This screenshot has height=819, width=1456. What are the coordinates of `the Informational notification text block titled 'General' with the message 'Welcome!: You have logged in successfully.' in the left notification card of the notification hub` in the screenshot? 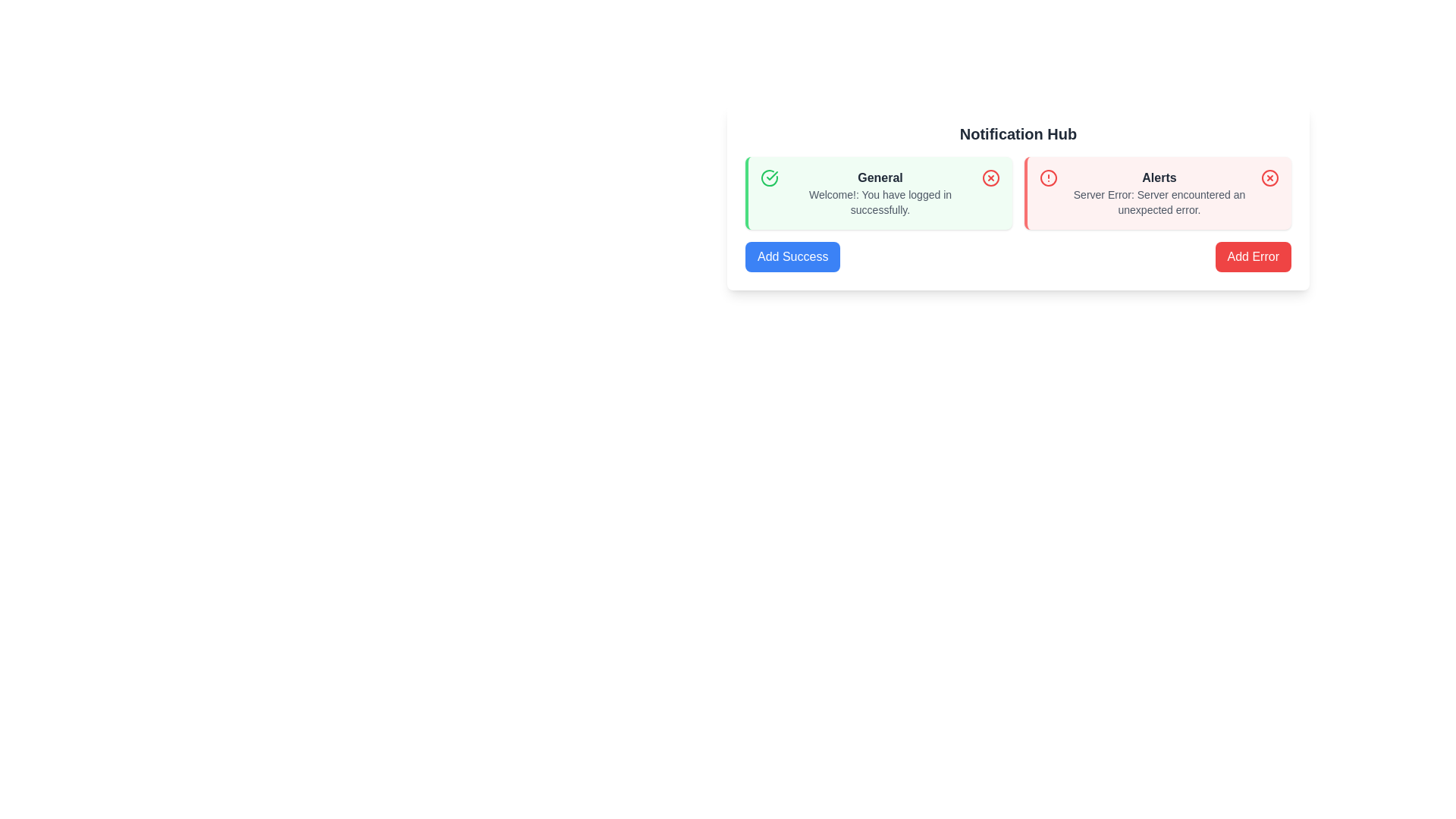 It's located at (880, 192).